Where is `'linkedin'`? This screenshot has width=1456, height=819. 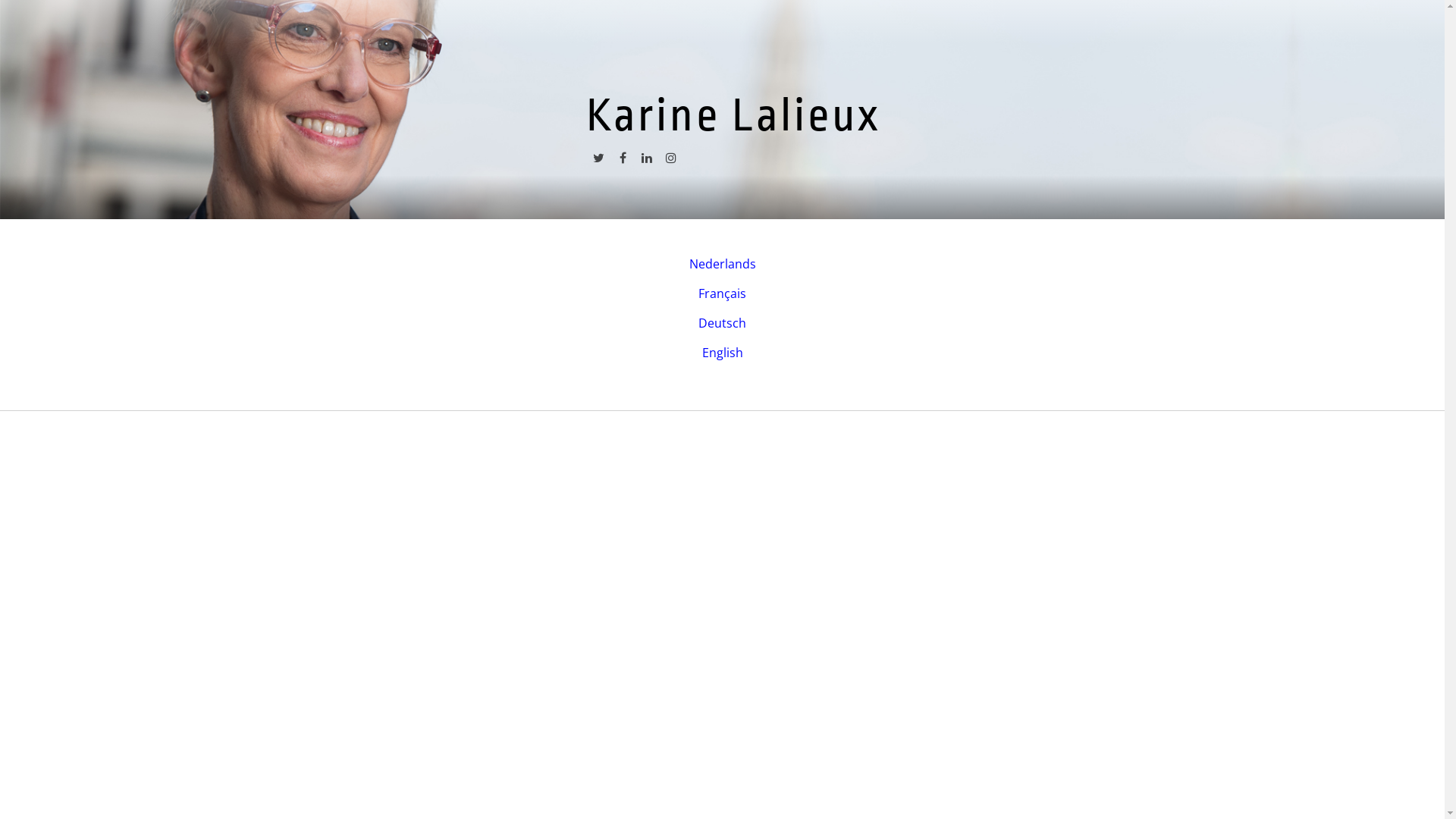
'linkedin' is located at coordinates (647, 161).